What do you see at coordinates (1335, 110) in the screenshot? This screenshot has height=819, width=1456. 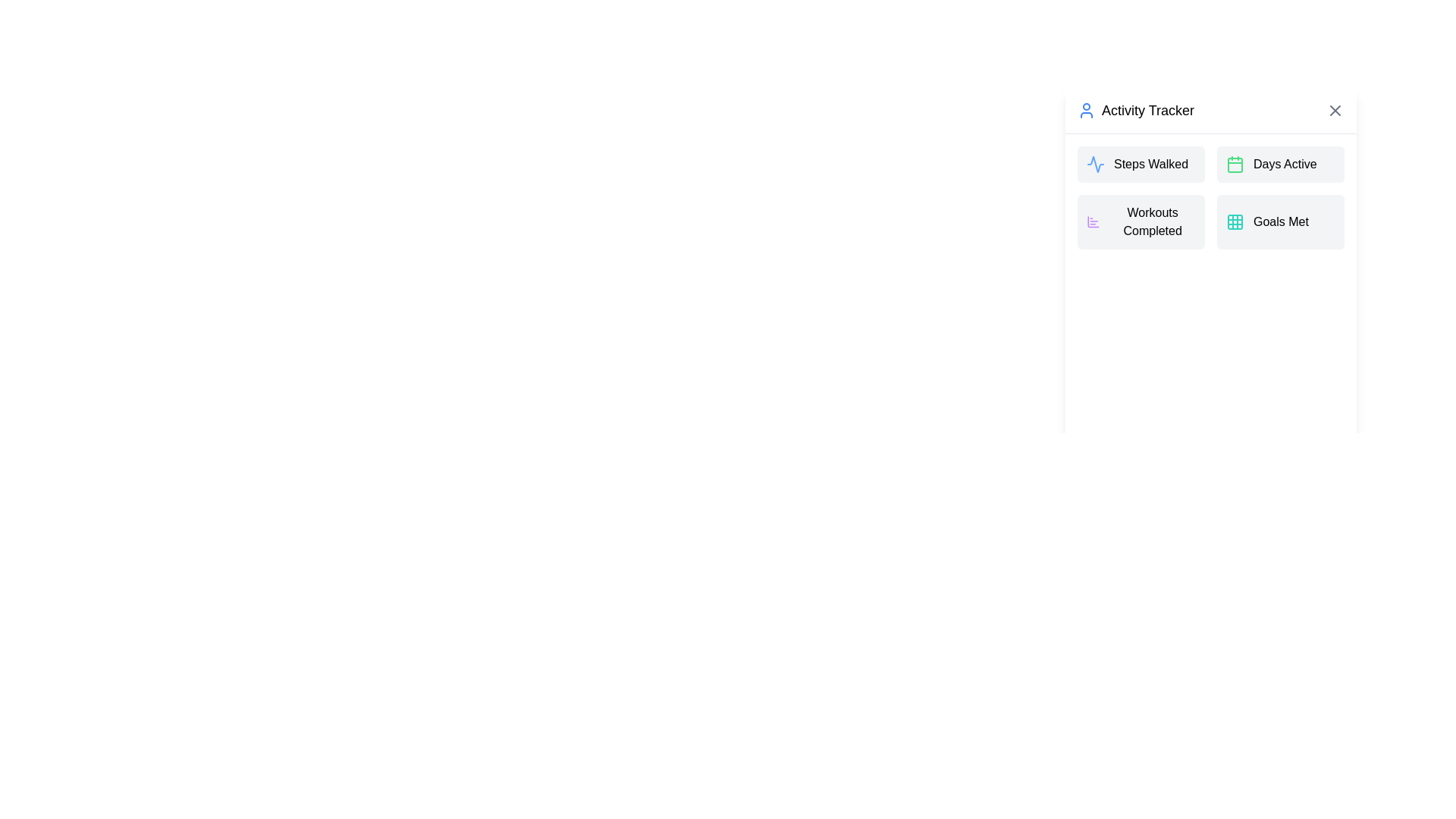 I see `the close icon located in the top-right corner of the 'Activity Tracker' panel` at bounding box center [1335, 110].